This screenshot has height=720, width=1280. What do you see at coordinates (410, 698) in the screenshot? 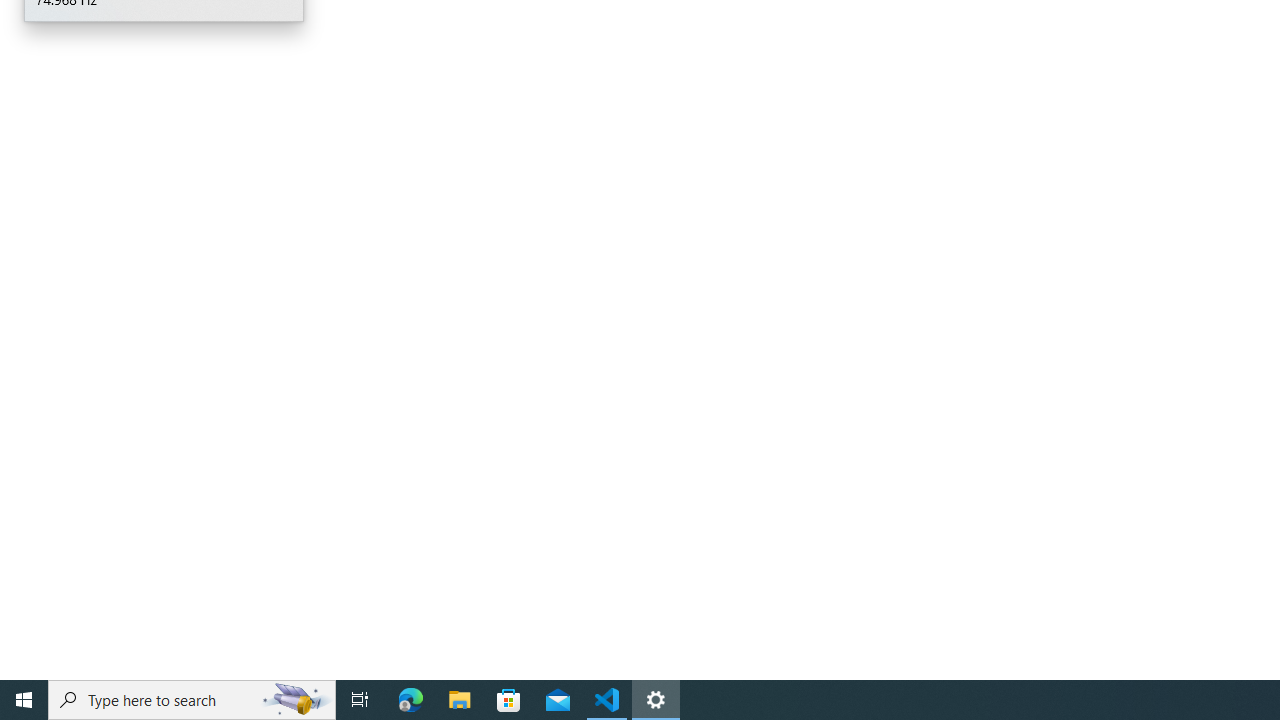
I see `'Microsoft Edge'` at bounding box center [410, 698].